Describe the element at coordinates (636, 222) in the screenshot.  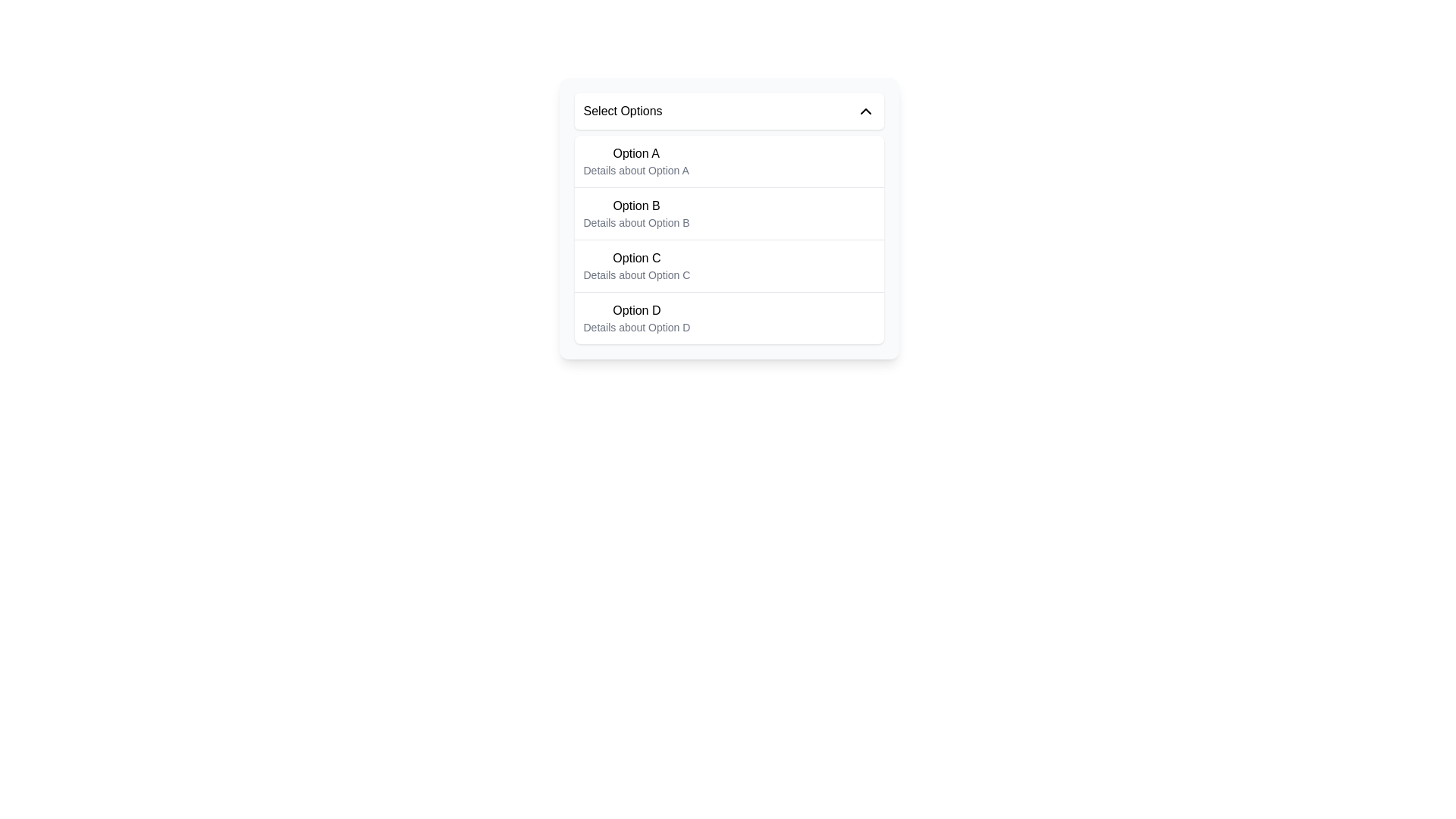
I see `text label that says 'Details about Option B', which is styled with a smaller font size and gray color, located below the header 'Option B' in the dropdown menu` at that location.